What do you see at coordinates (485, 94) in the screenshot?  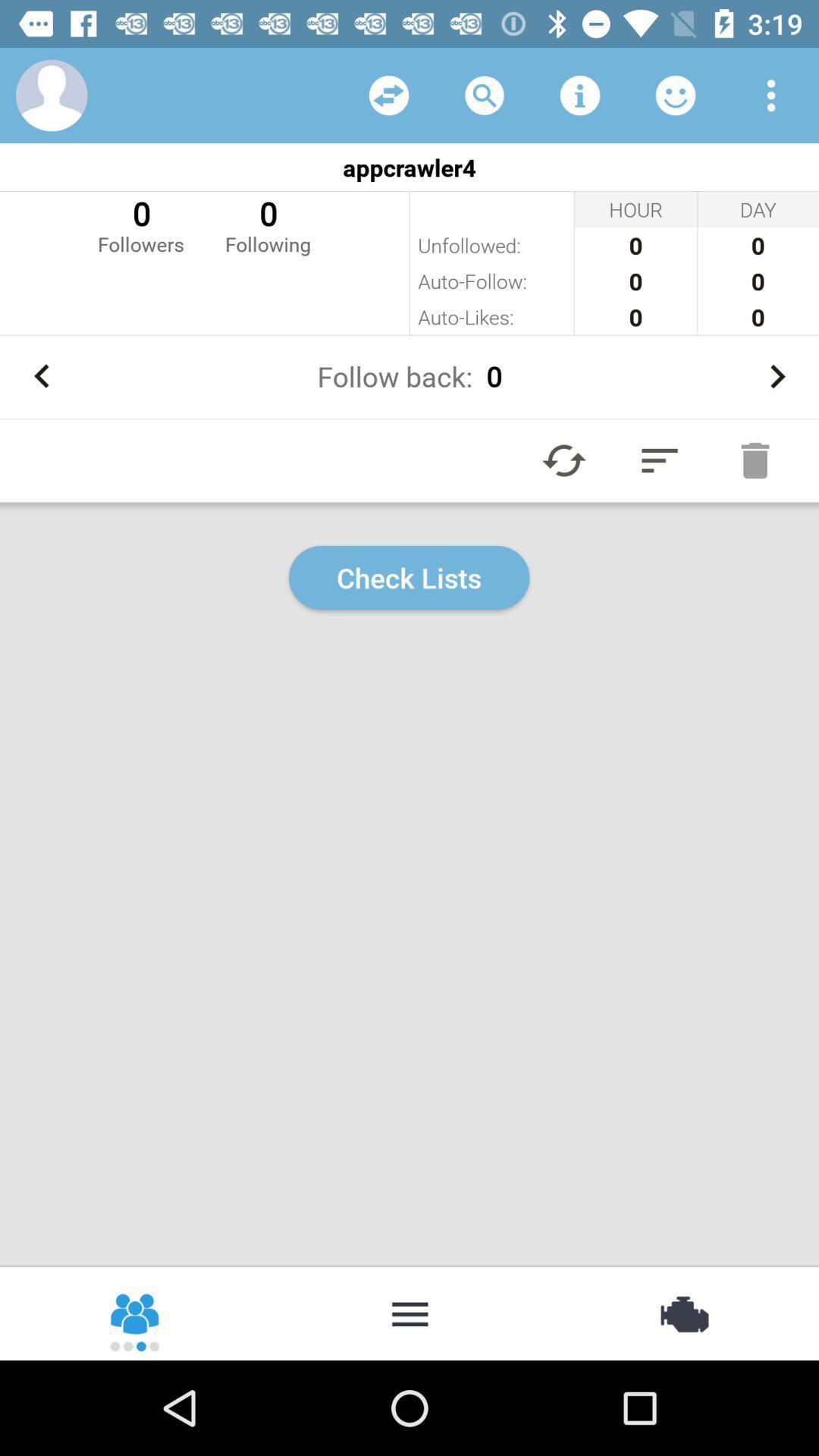 I see `search button` at bounding box center [485, 94].